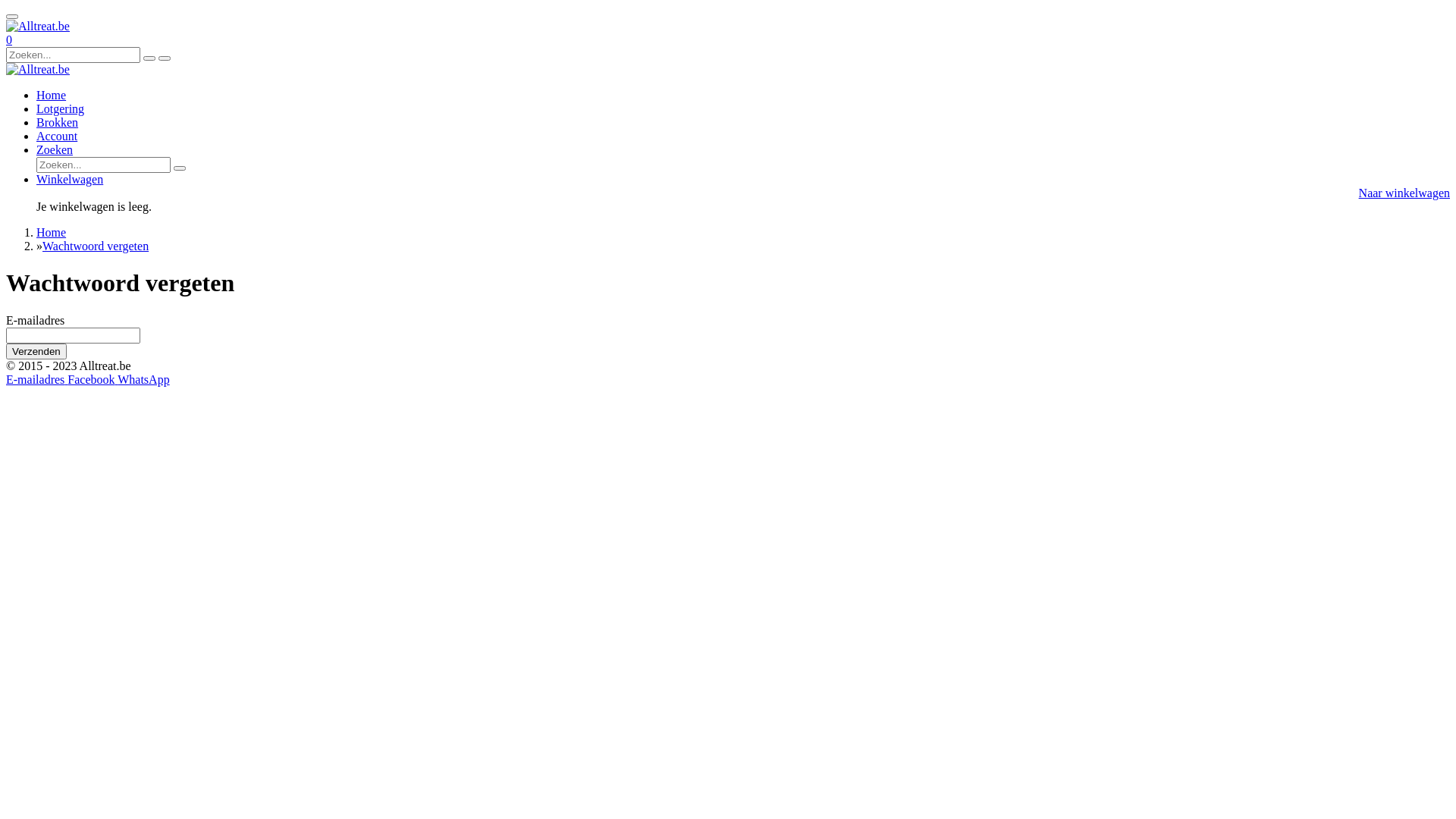 Image resolution: width=1456 pixels, height=819 pixels. What do you see at coordinates (6, 39) in the screenshot?
I see `'0'` at bounding box center [6, 39].